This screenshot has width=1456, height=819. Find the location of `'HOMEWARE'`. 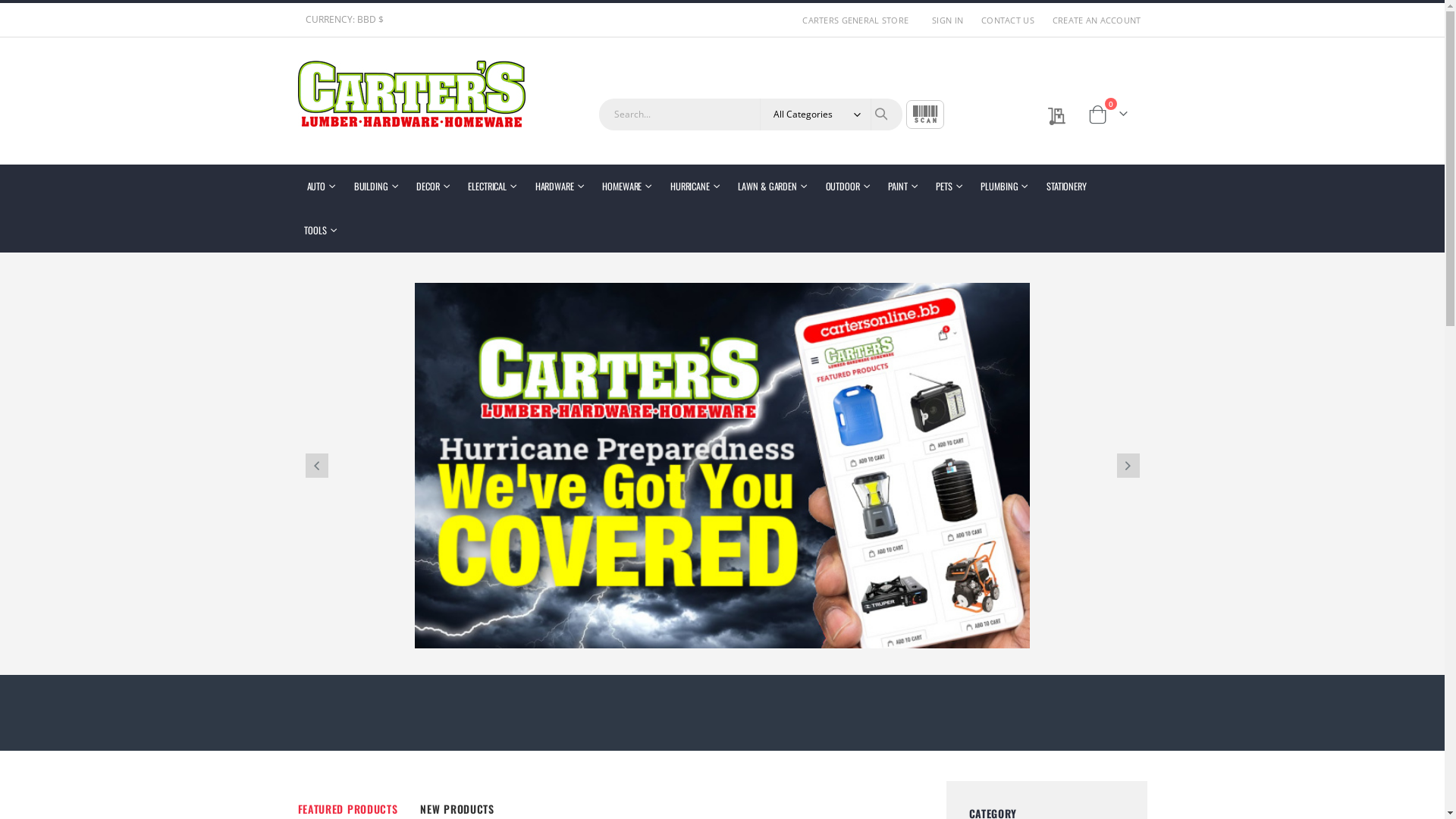

'HOMEWARE' is located at coordinates (626, 186).